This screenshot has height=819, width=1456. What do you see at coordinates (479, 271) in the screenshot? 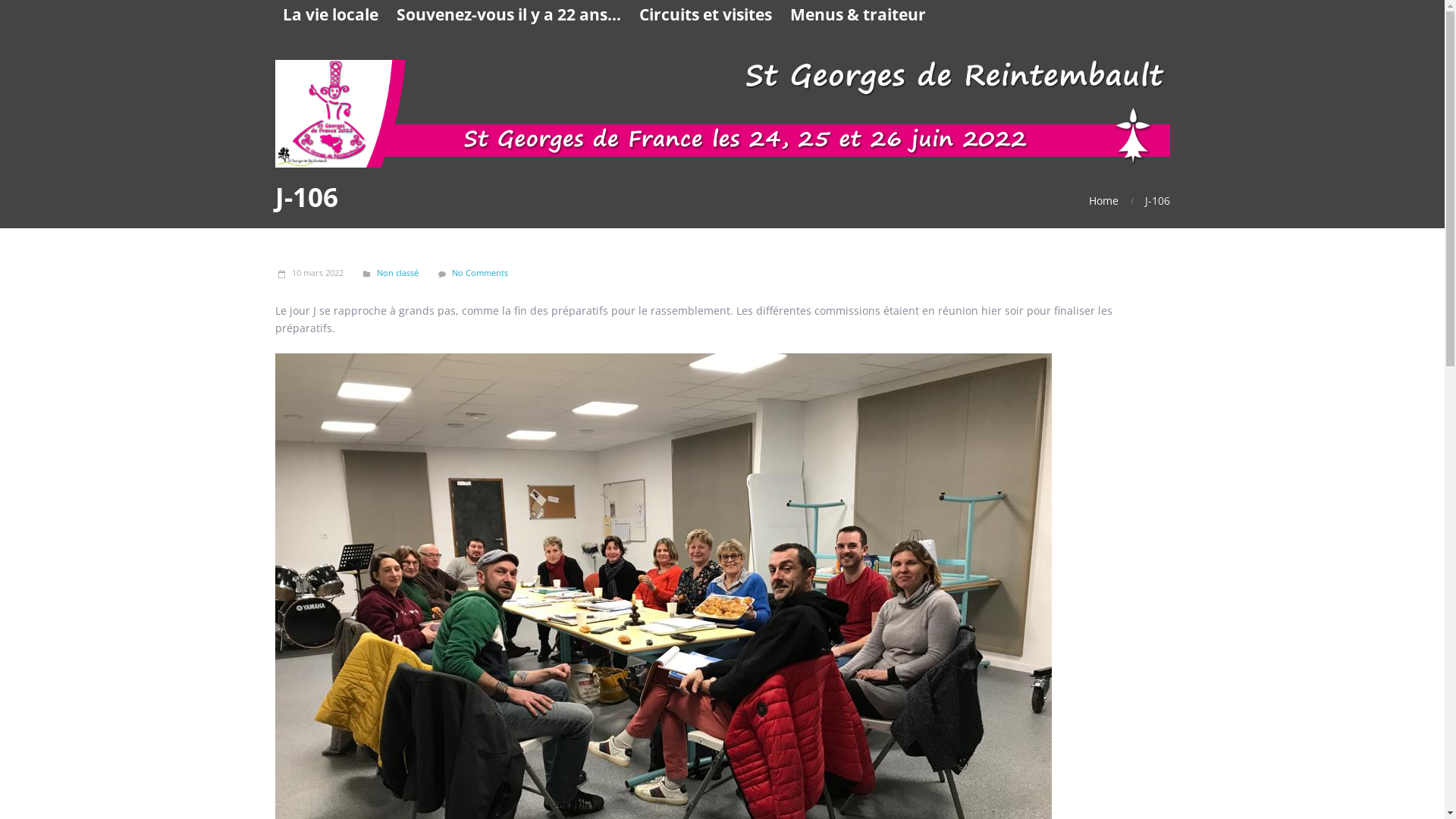
I see `'No Comments'` at bounding box center [479, 271].